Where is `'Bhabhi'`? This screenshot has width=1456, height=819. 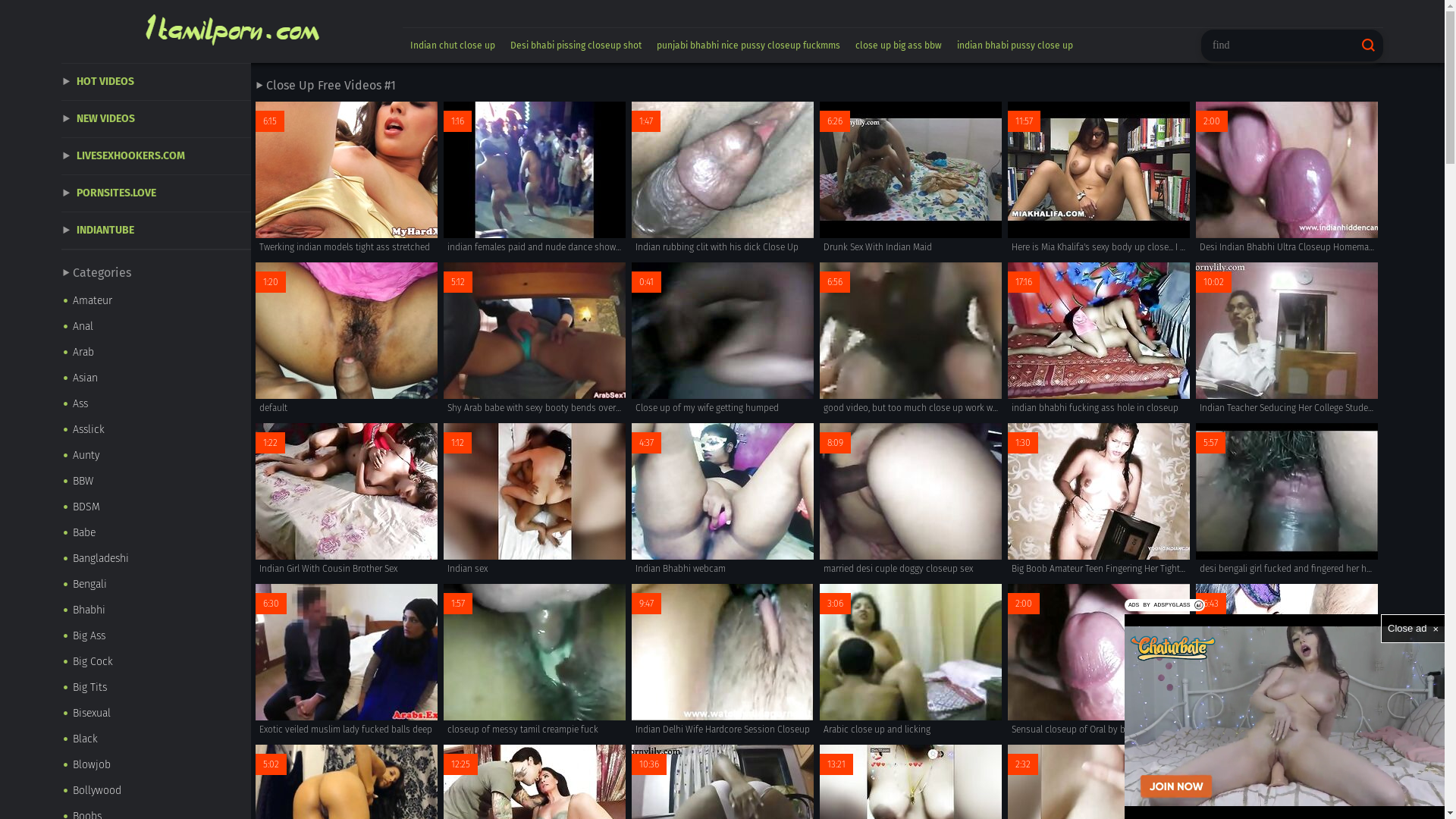
'Bhabhi' is located at coordinates (156, 610).